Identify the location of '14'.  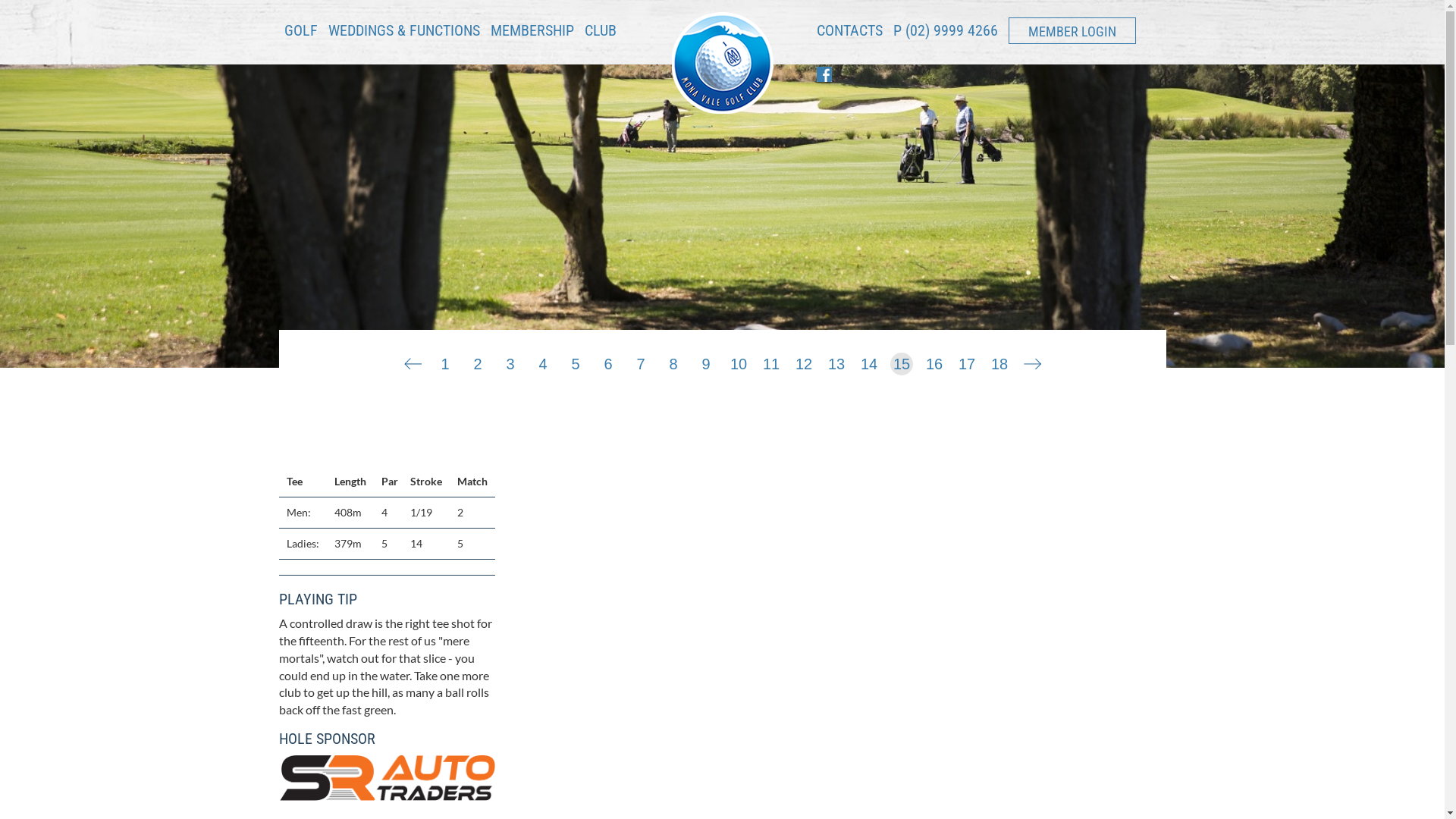
(858, 360).